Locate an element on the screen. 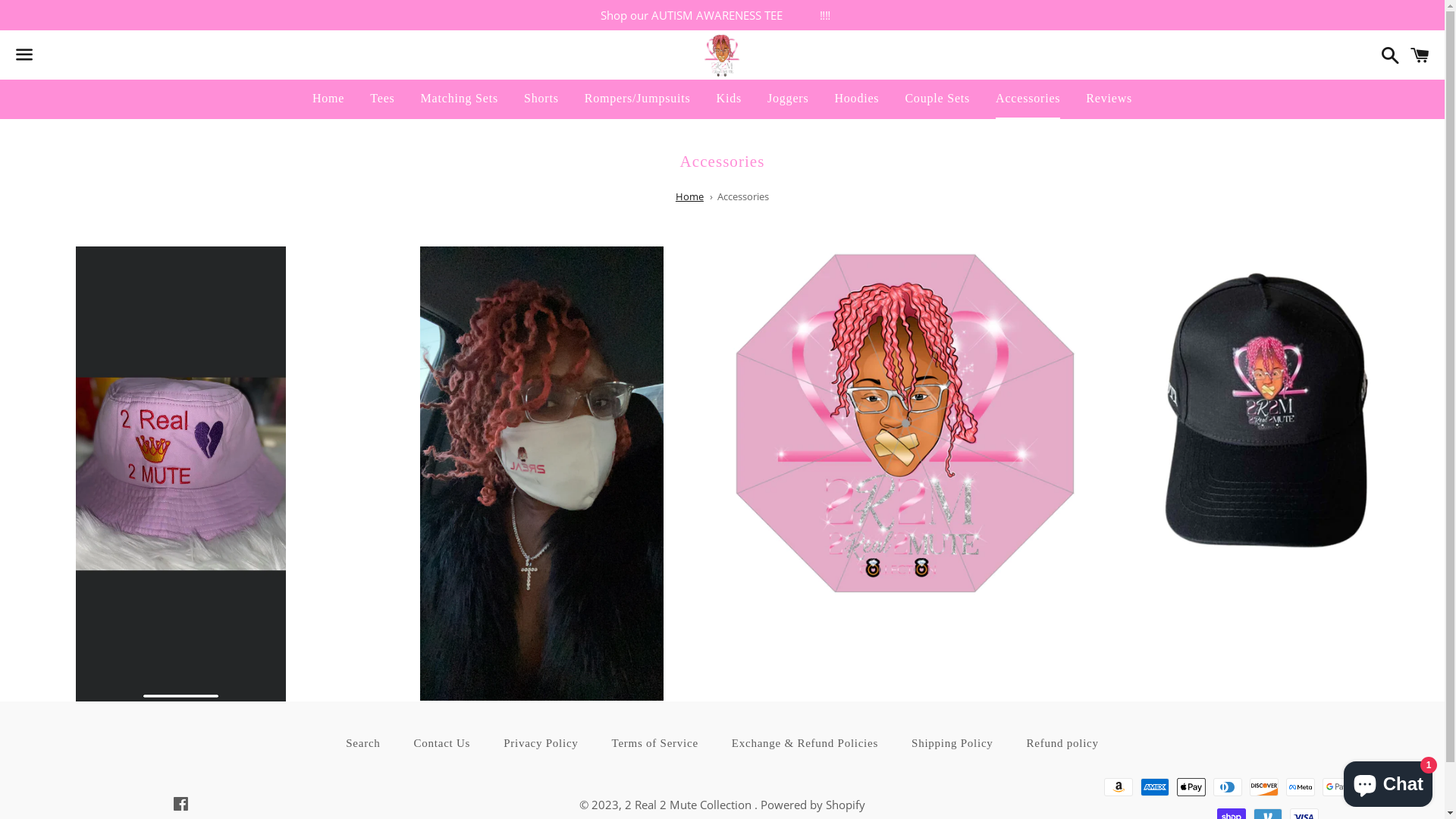 This screenshot has height=819, width=1456. 'Shorts' is located at coordinates (513, 99).